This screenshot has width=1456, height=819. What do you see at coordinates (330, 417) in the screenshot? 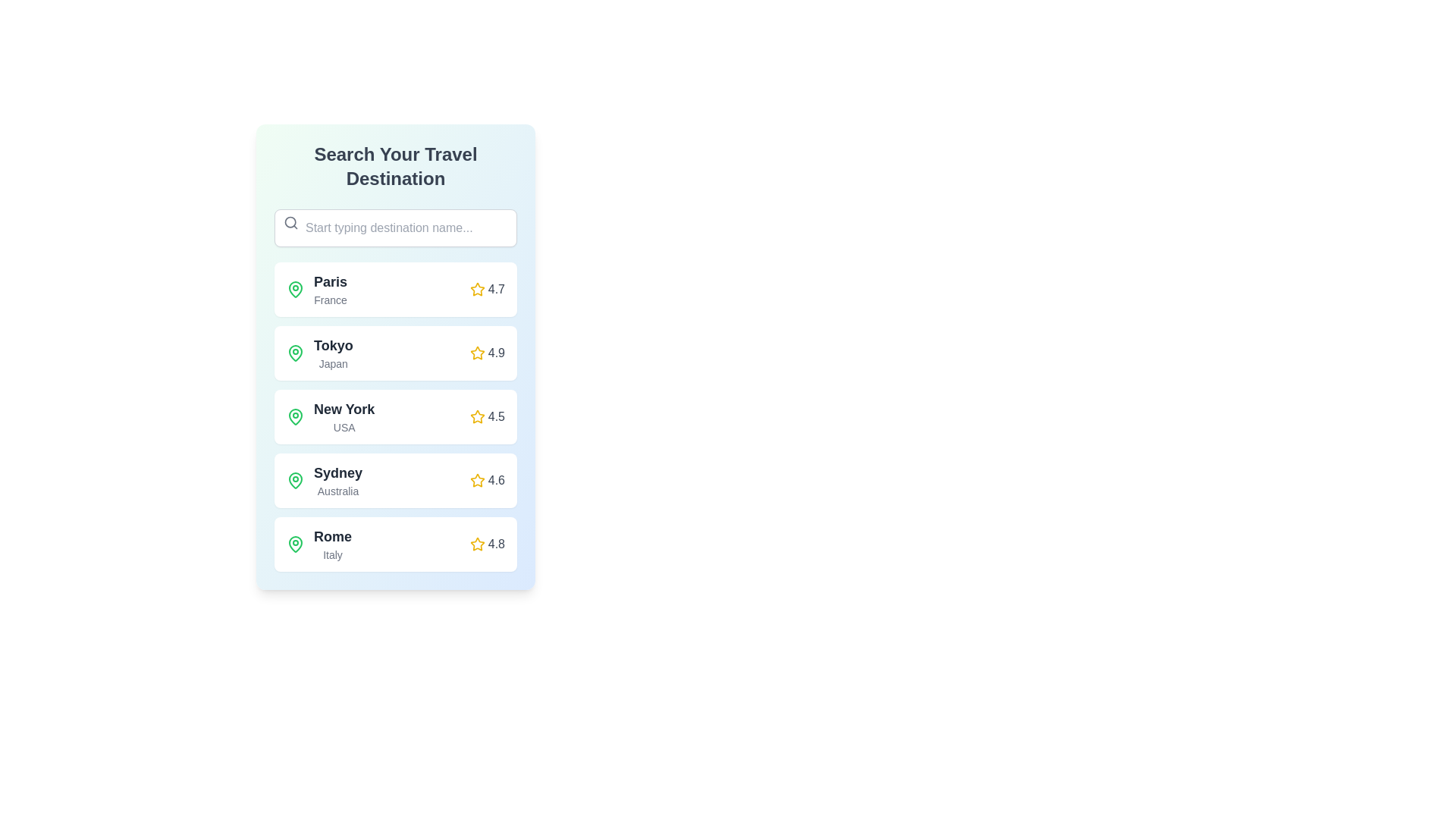
I see `the third list item displaying information about the travel destination 'New York, USA'` at bounding box center [330, 417].